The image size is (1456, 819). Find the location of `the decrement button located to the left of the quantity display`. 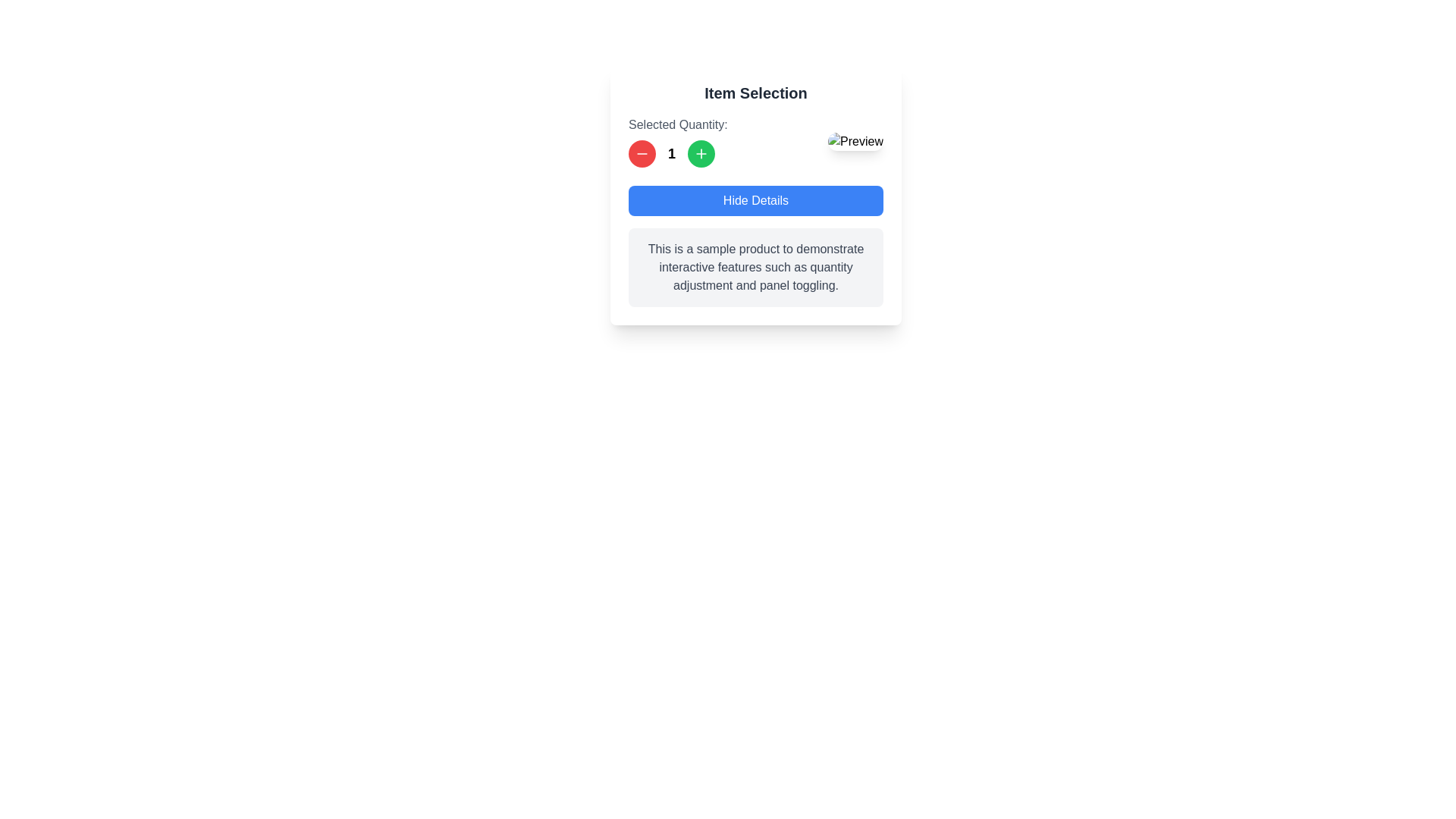

the decrement button located to the left of the quantity display is located at coordinates (642, 154).